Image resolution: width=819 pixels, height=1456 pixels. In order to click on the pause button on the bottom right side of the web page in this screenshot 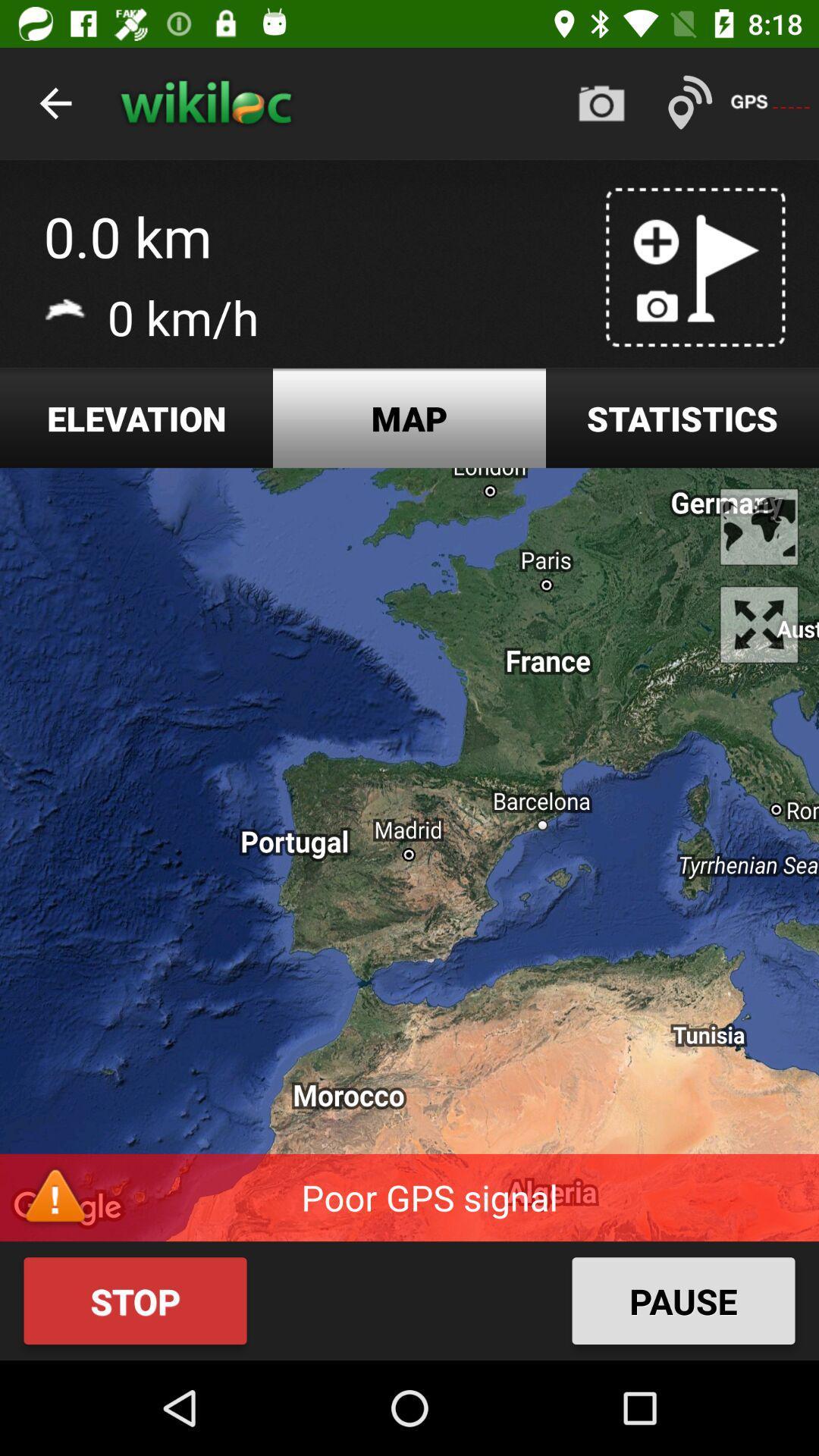, I will do `click(684, 1300)`.